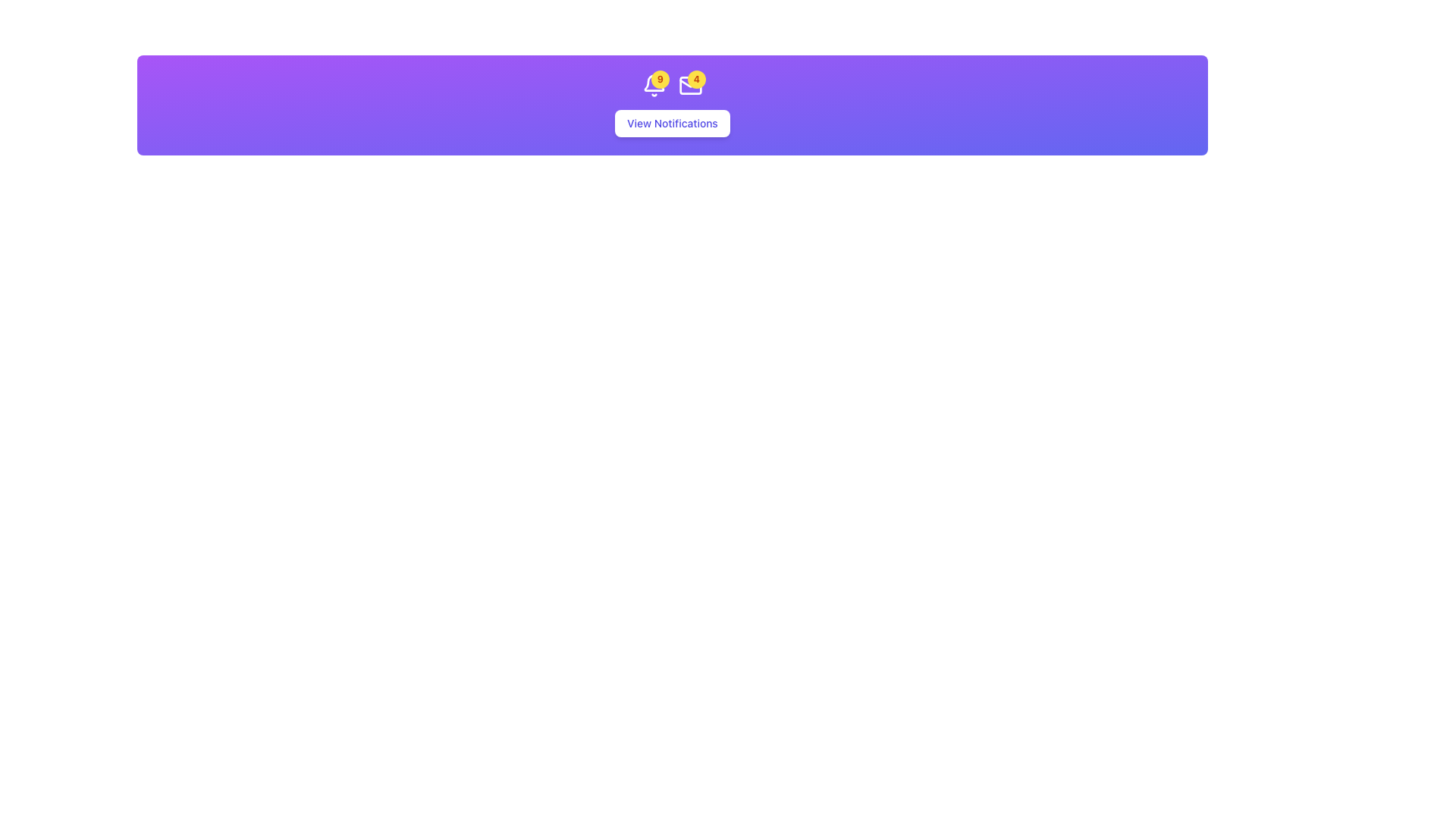 Image resolution: width=1456 pixels, height=819 pixels. Describe the element at coordinates (654, 85) in the screenshot. I see `the Notification icon with badge, which serves as an indicator for new or unread notifications` at that location.